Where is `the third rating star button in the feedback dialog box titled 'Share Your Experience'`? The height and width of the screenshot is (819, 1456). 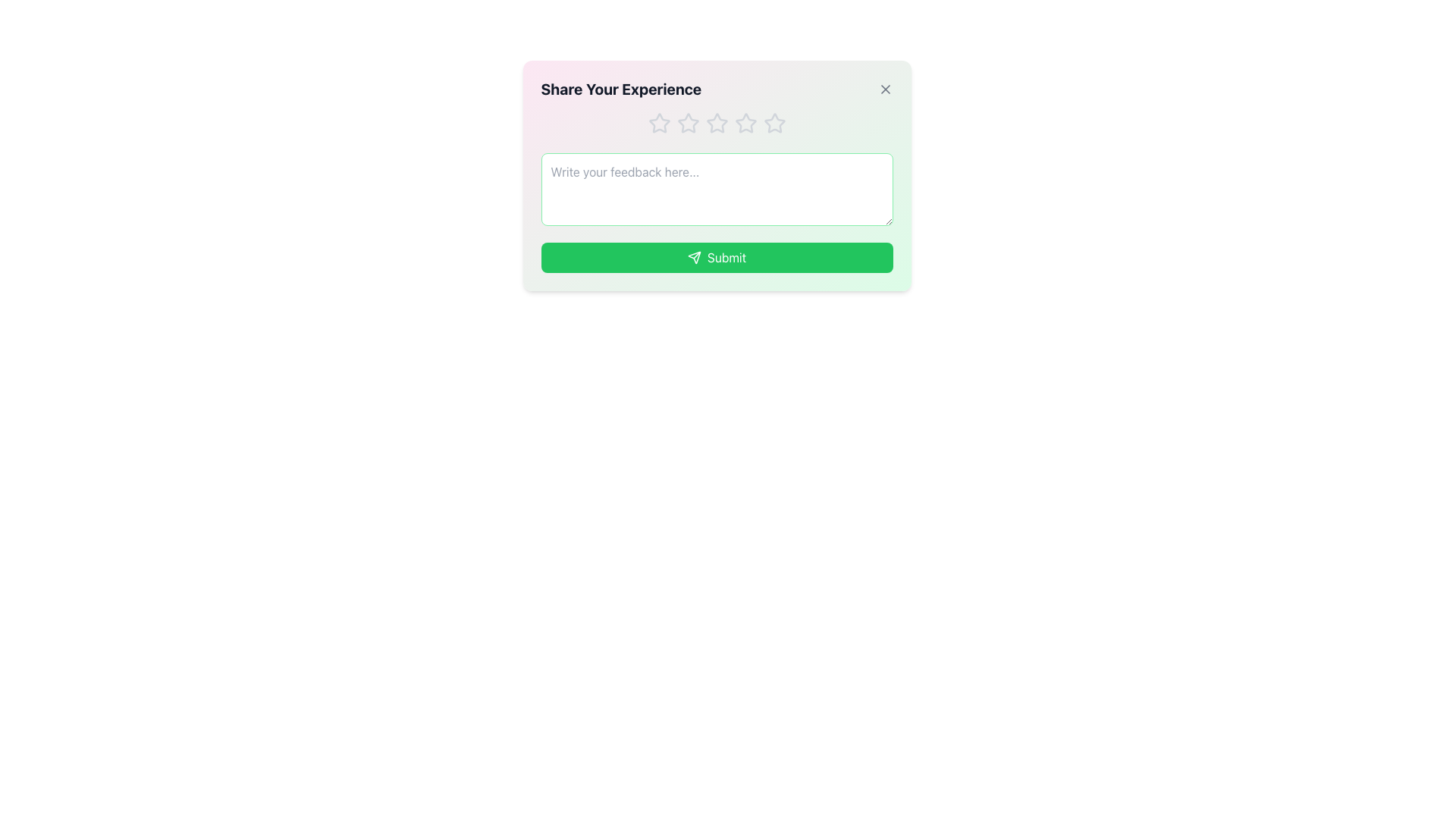
the third rating star button in the feedback dialog box titled 'Share Your Experience' is located at coordinates (745, 122).